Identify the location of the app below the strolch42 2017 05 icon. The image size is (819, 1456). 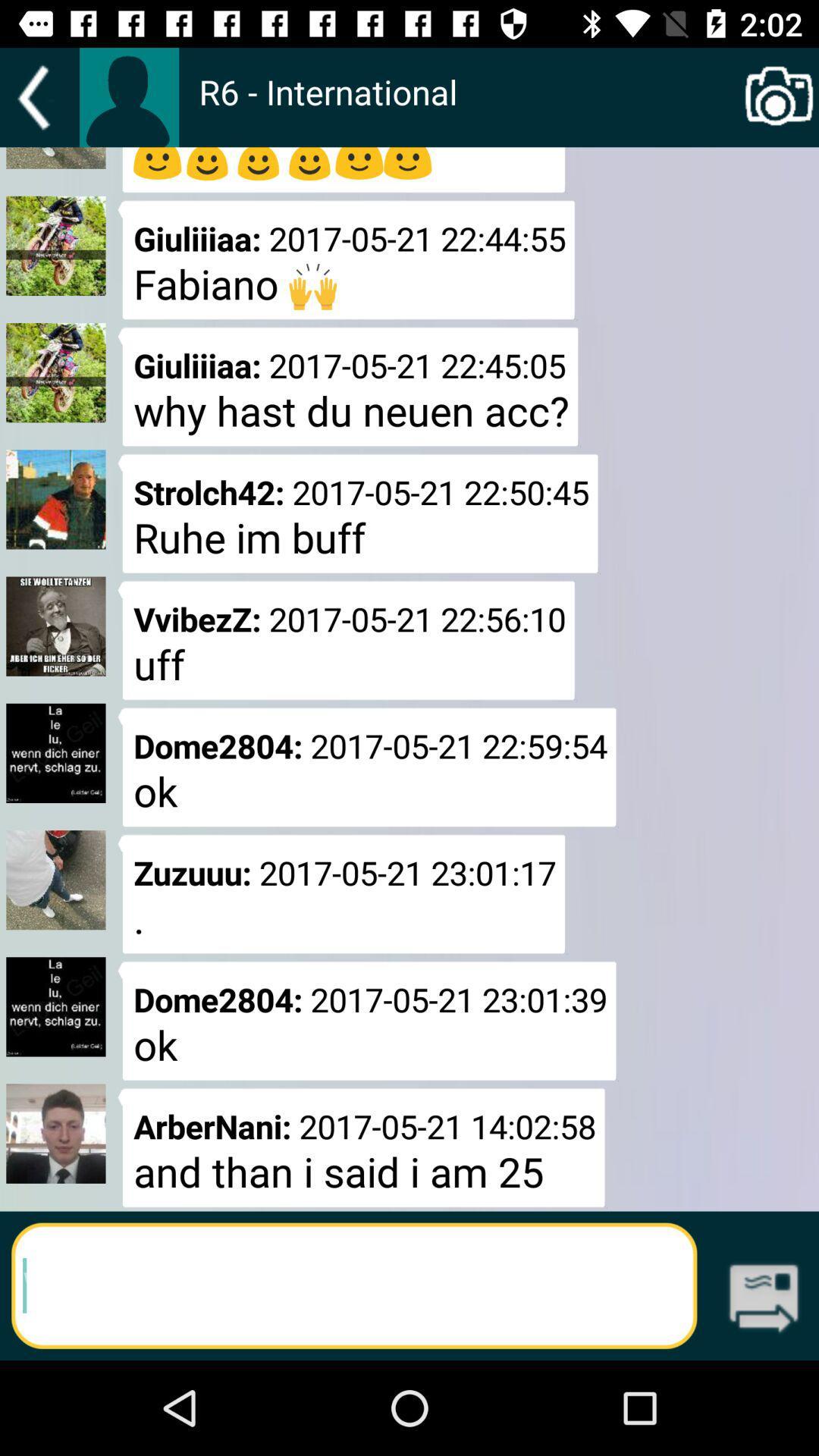
(347, 640).